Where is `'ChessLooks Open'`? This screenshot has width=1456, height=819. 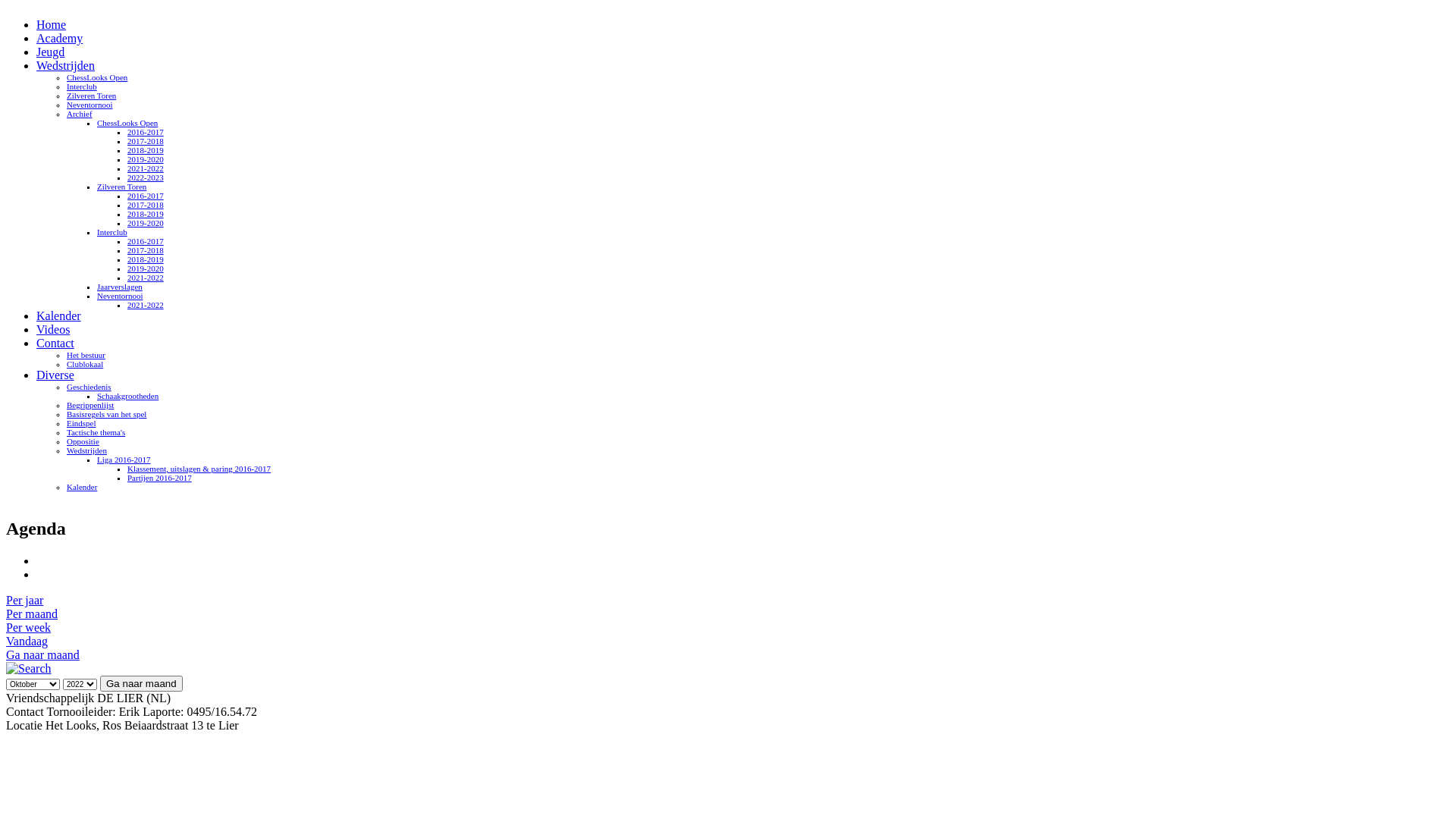 'ChessLooks Open' is located at coordinates (127, 122).